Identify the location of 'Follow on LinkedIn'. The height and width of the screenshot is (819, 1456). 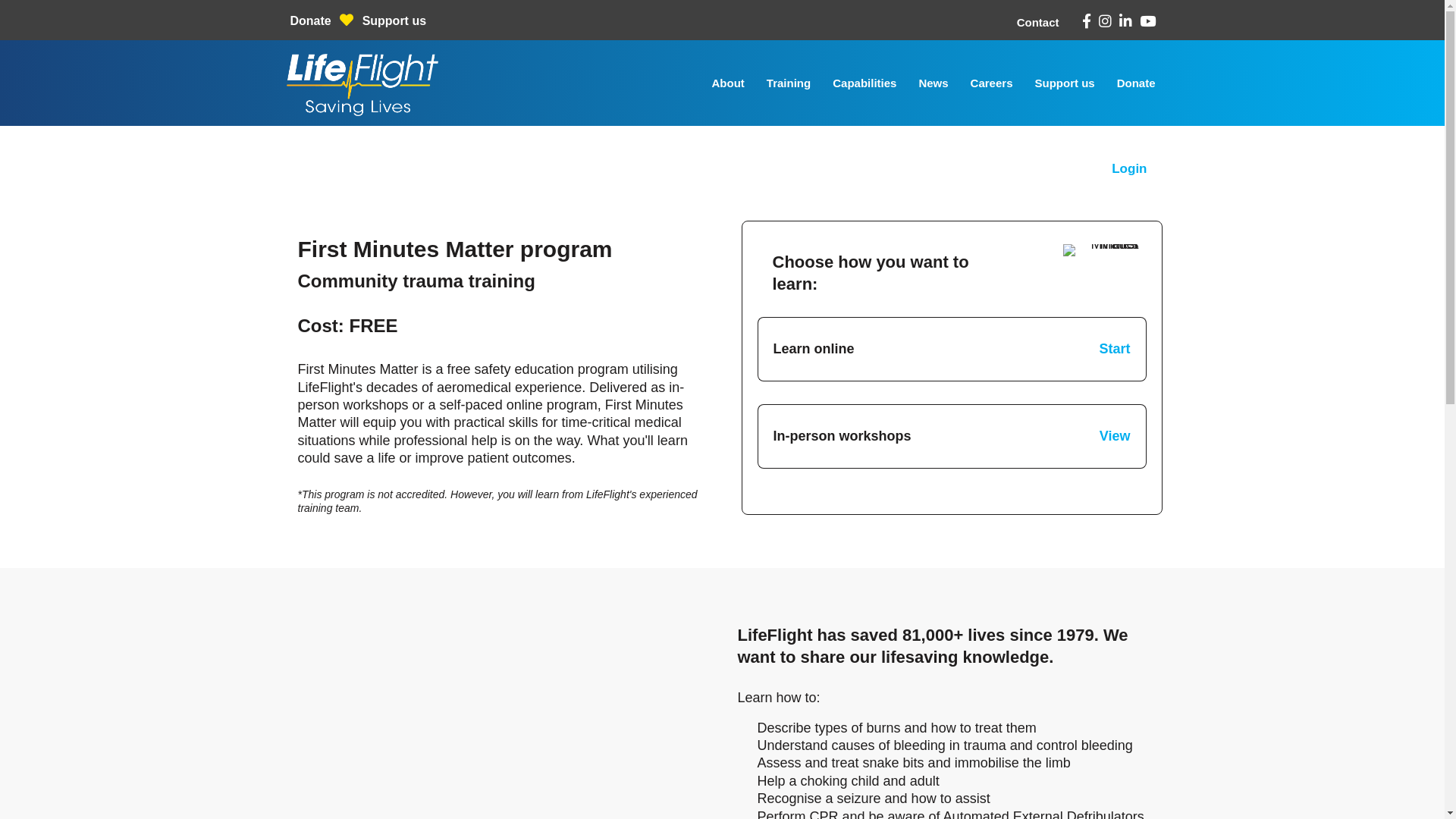
(1125, 21).